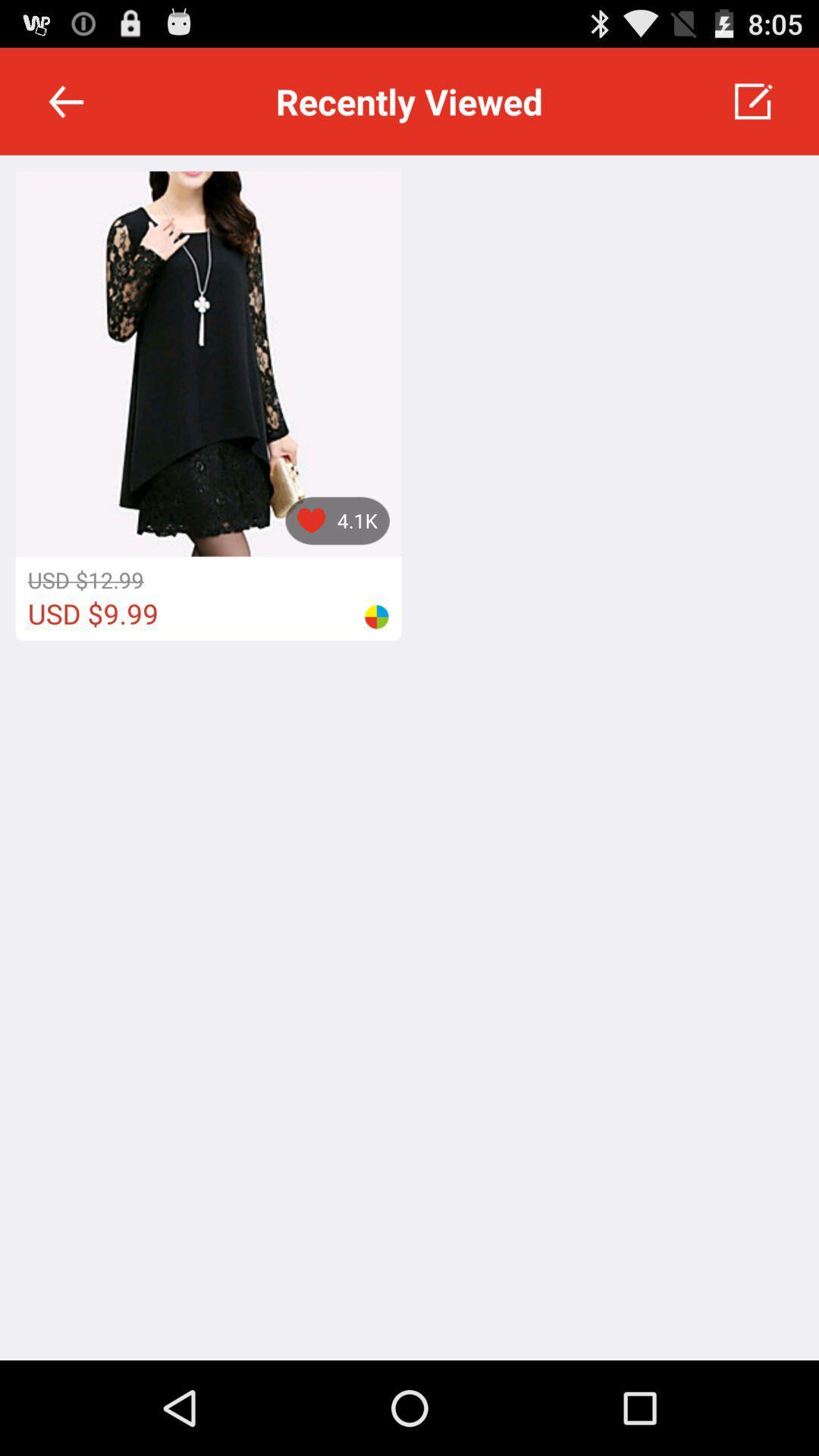 This screenshot has width=819, height=1456. Describe the element at coordinates (65, 100) in the screenshot. I see `item next to the recently viewed item` at that location.